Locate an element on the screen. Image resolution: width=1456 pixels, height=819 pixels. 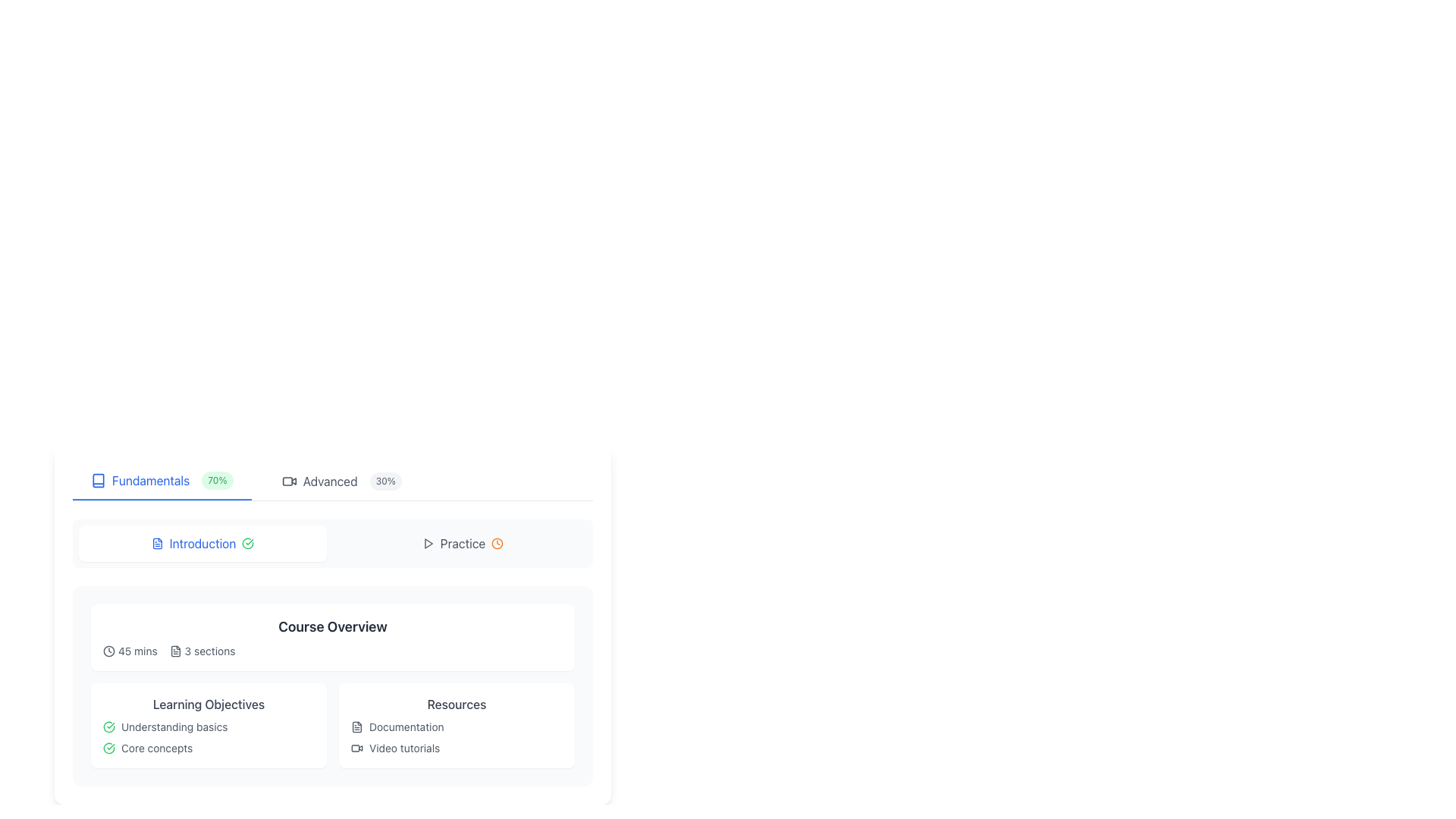
the text element reading 'Understanding basics' with a green checkmark icon located in the 'Learning Objectives' section of the Course Overview panel is located at coordinates (208, 726).